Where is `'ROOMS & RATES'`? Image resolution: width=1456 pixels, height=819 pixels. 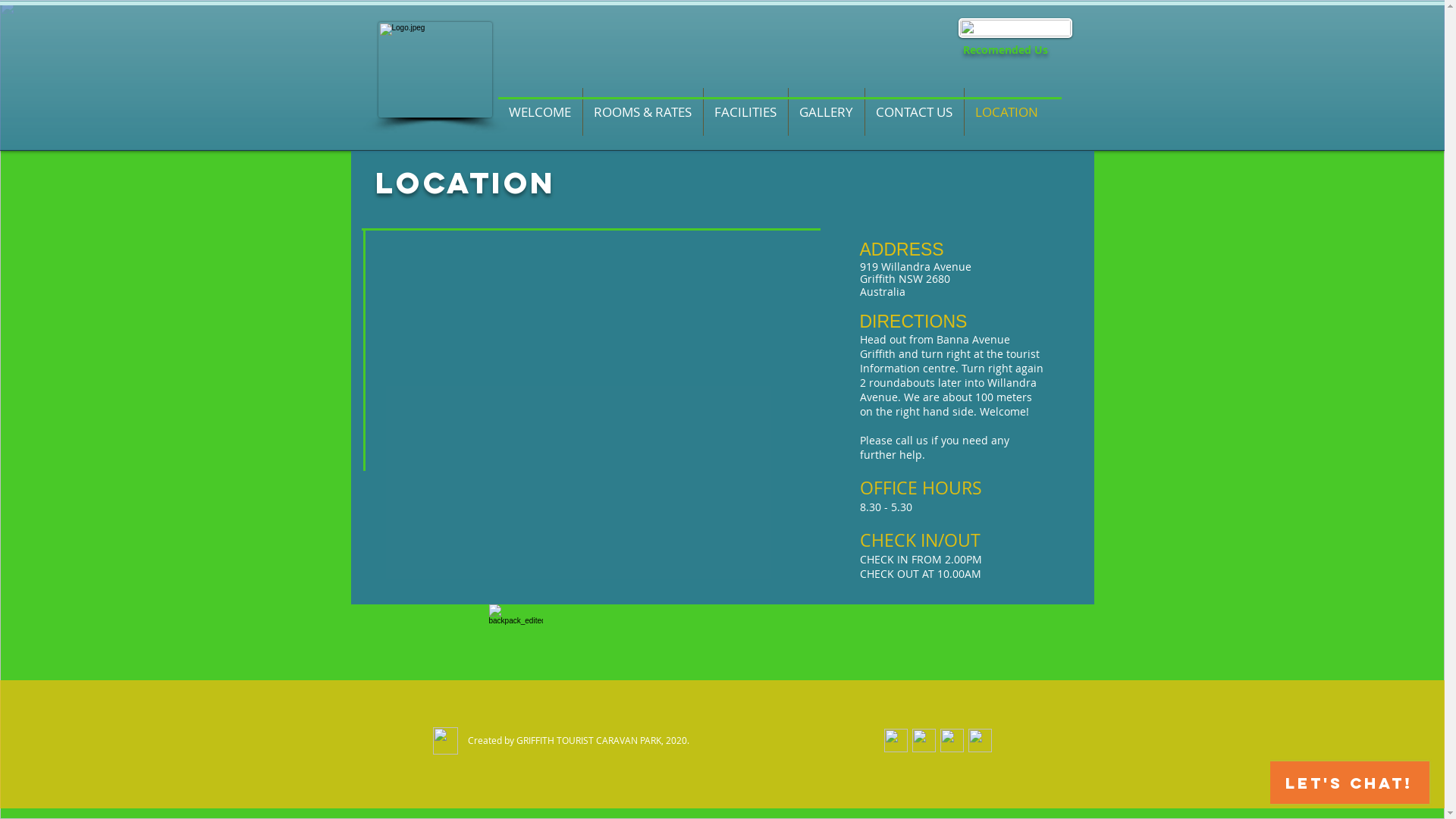
'ROOMS & RATES' is located at coordinates (642, 111).